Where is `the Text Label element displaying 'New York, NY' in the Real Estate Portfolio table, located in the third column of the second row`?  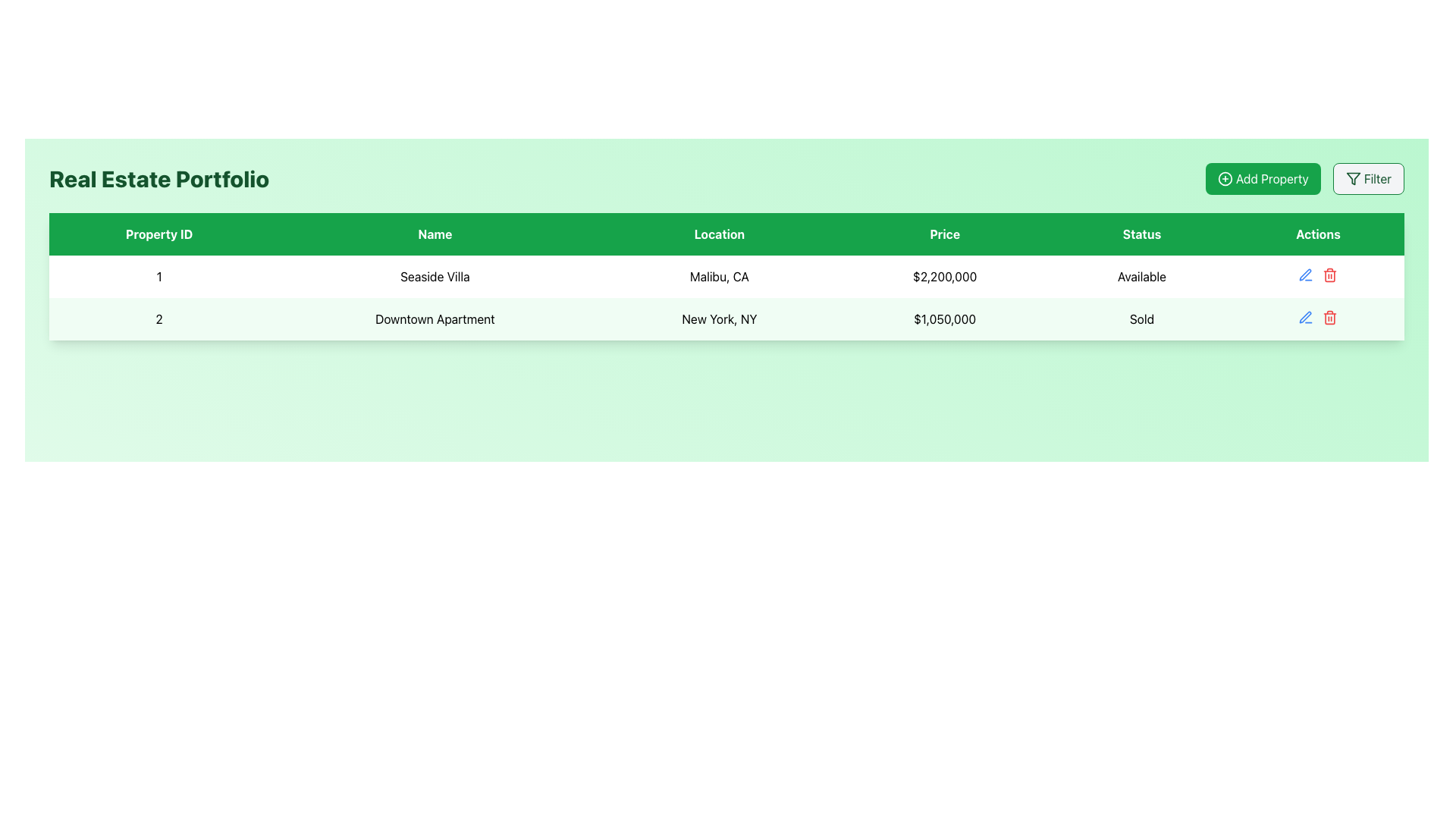
the Text Label element displaying 'New York, NY' in the Real Estate Portfolio table, located in the third column of the second row is located at coordinates (719, 318).